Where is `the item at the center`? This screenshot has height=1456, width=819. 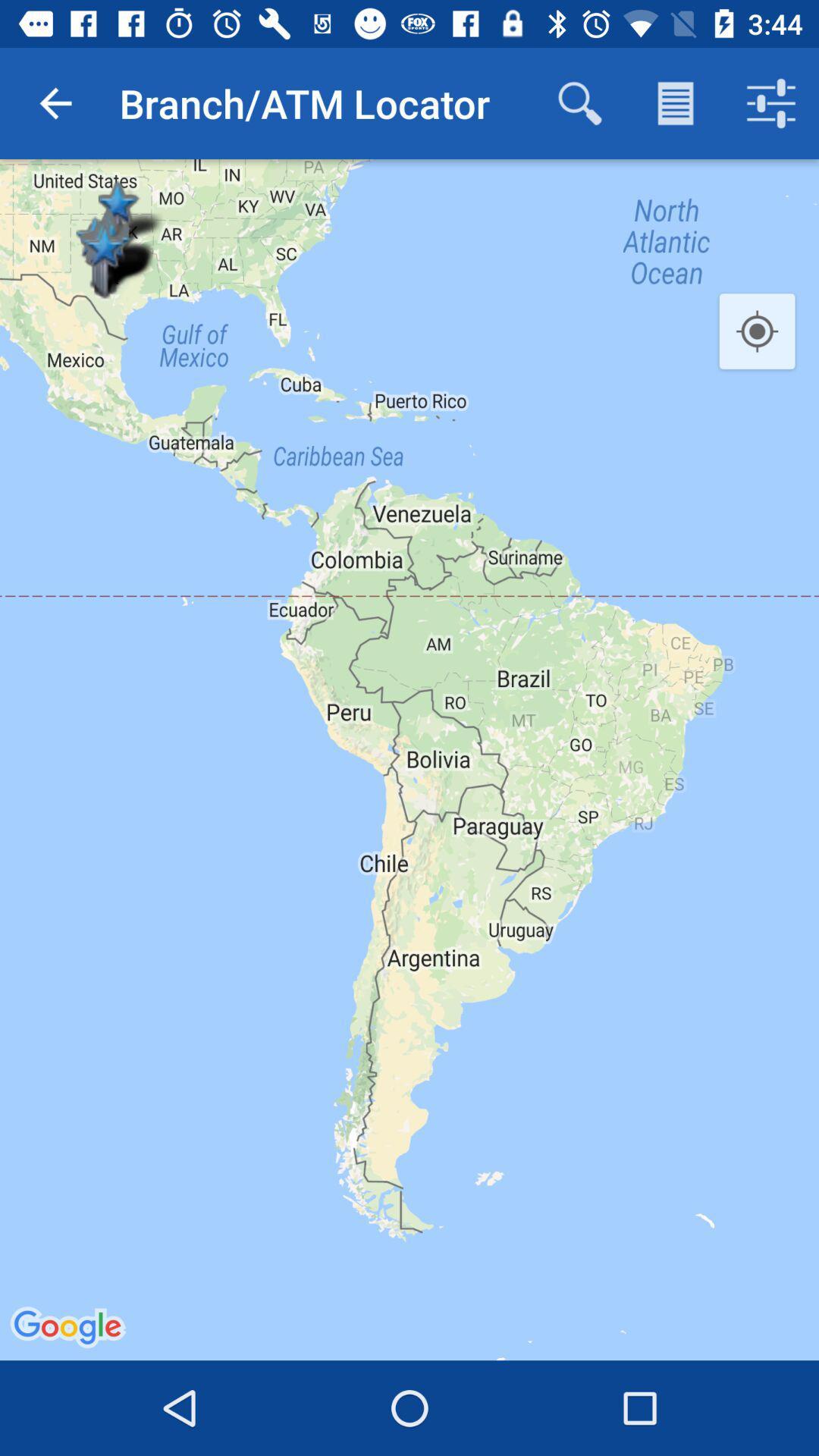
the item at the center is located at coordinates (409, 760).